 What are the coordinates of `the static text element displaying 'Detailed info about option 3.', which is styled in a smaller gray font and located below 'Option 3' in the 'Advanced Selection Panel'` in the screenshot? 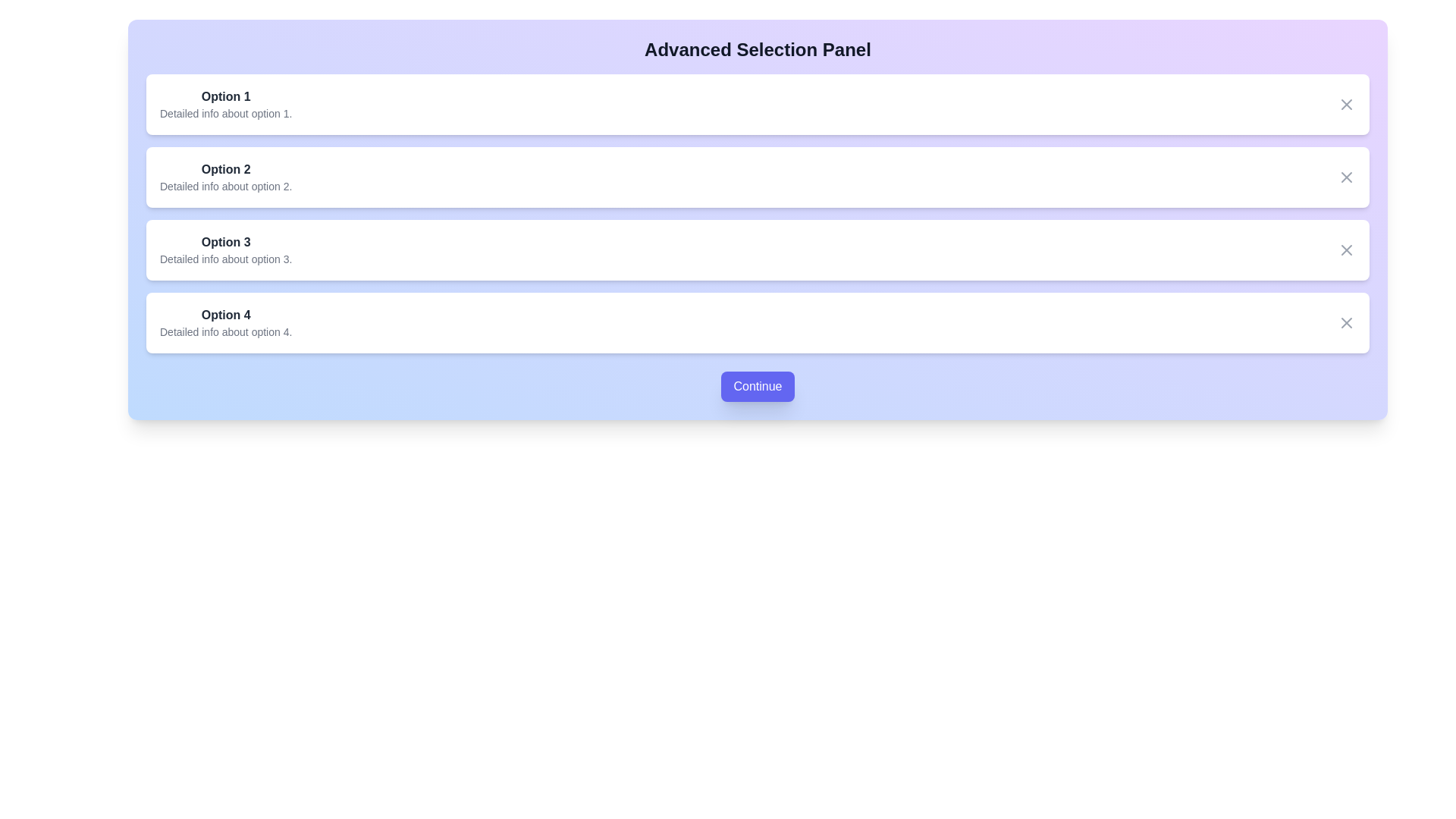 It's located at (225, 259).